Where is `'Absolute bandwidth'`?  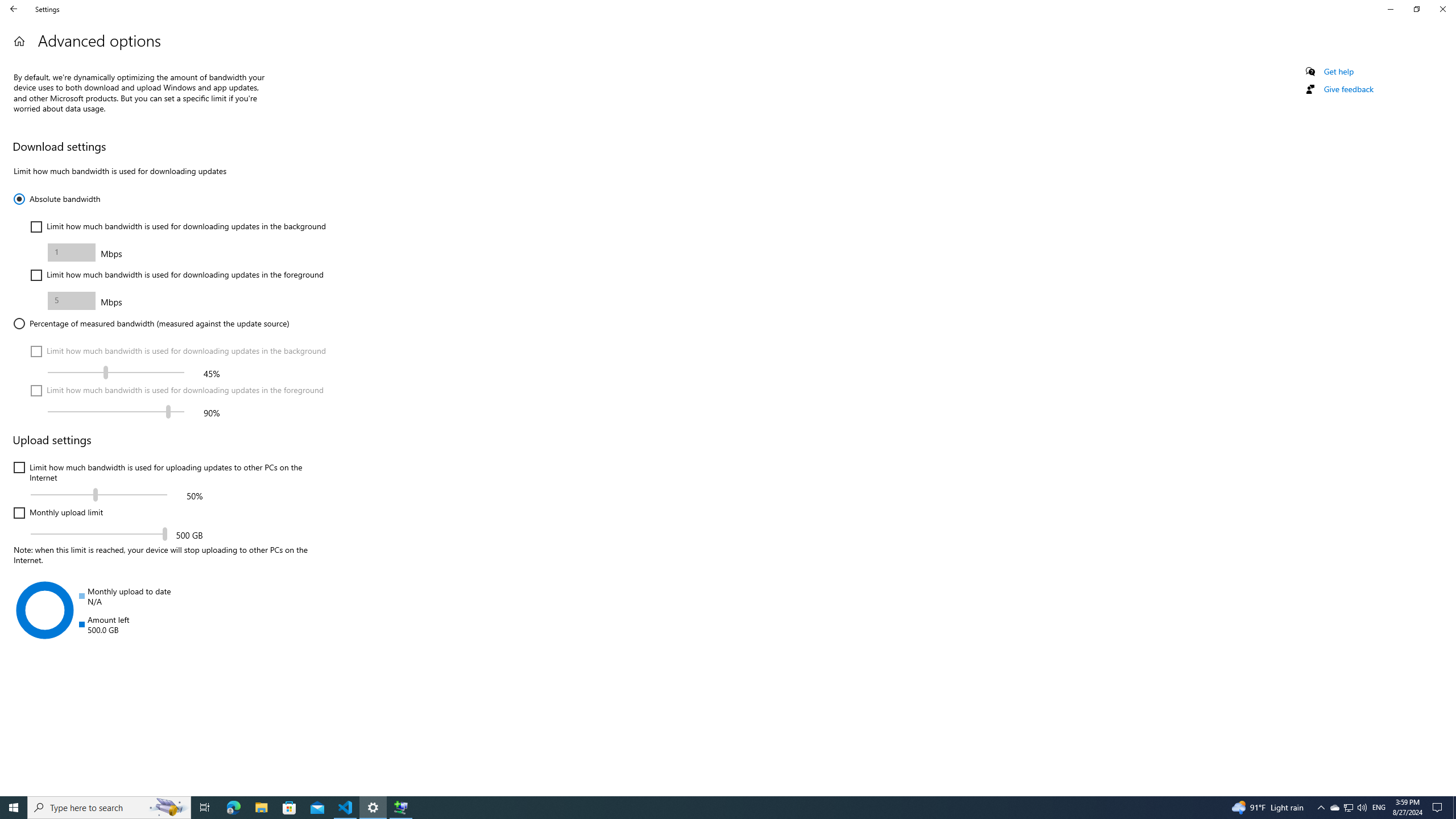 'Absolute bandwidth' is located at coordinates (56, 198).